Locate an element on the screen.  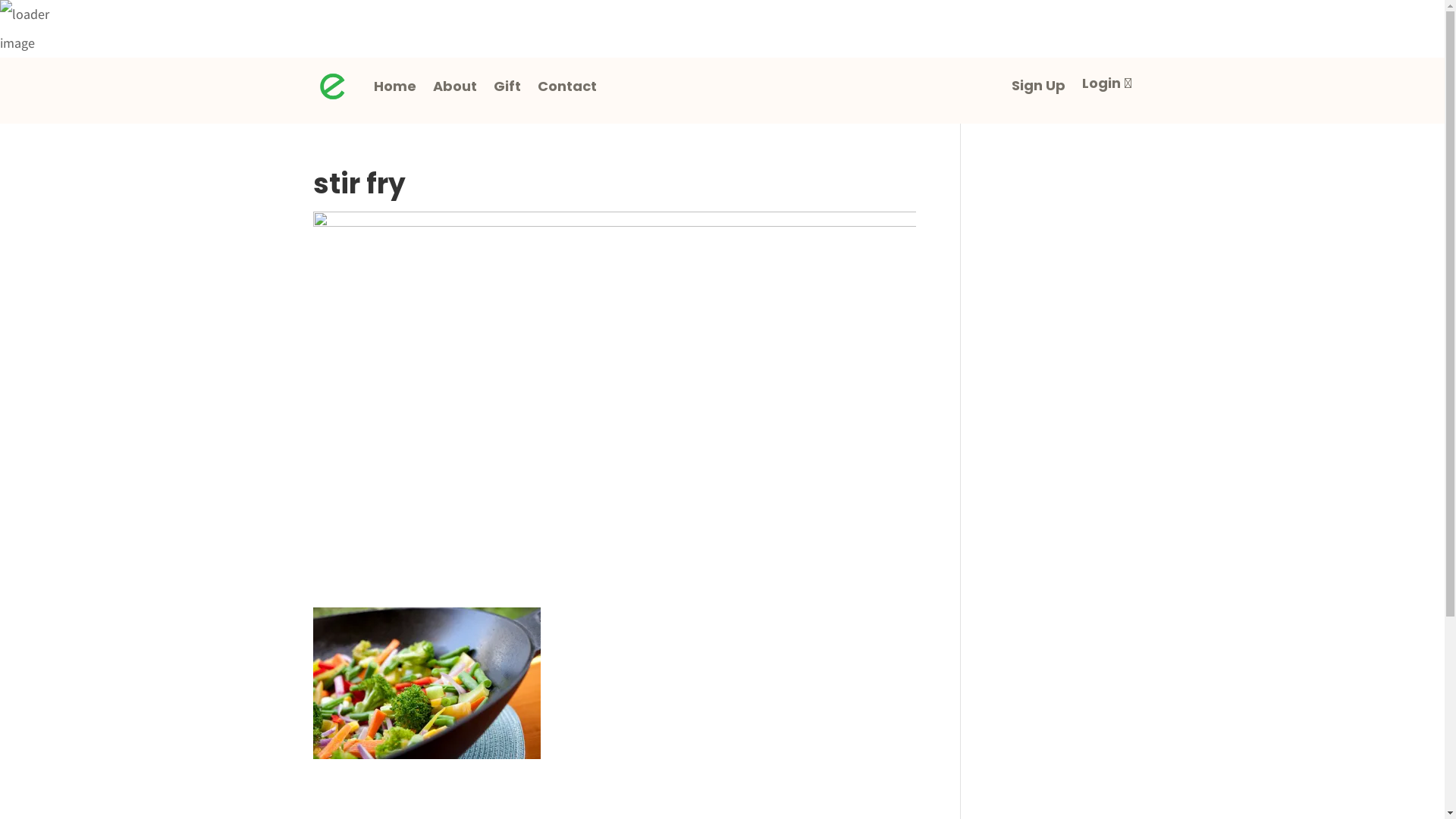
'Sign Up' is located at coordinates (1037, 88).